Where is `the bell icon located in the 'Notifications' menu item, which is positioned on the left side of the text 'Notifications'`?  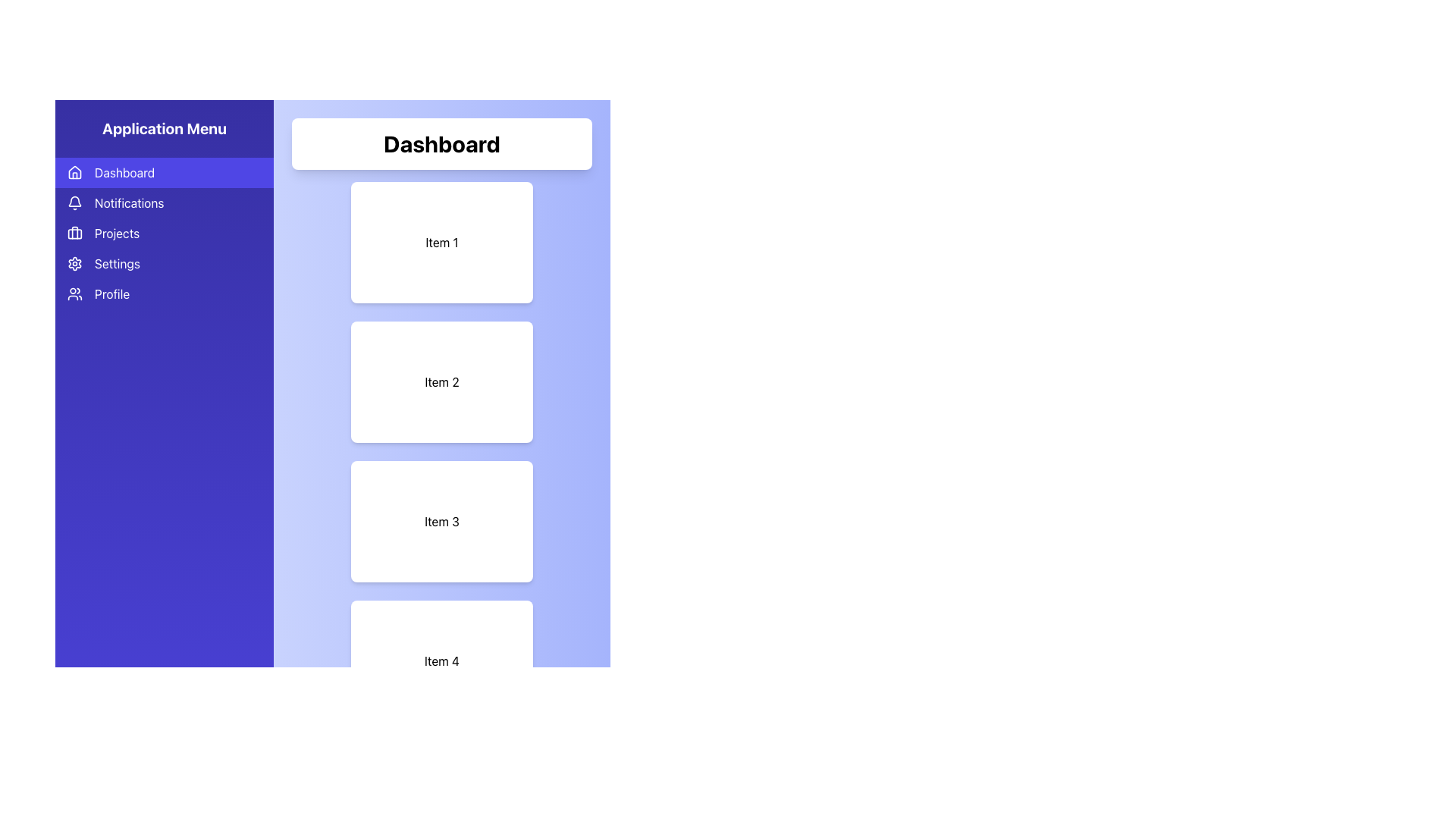 the bell icon located in the 'Notifications' menu item, which is positioned on the left side of the text 'Notifications' is located at coordinates (74, 202).